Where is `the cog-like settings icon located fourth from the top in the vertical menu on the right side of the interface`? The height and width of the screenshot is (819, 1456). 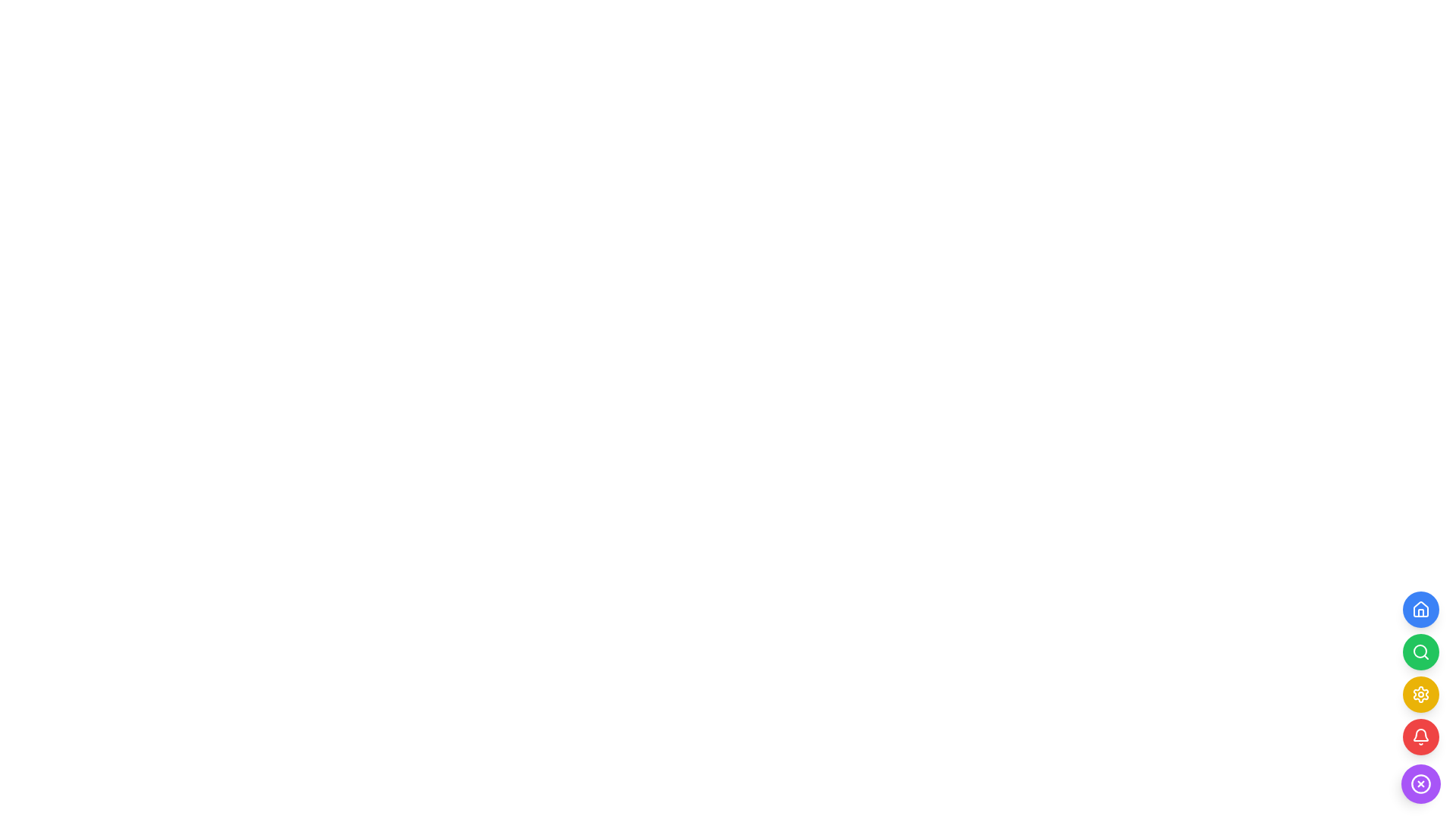 the cog-like settings icon located fourth from the top in the vertical menu on the right side of the interface is located at coordinates (1420, 694).